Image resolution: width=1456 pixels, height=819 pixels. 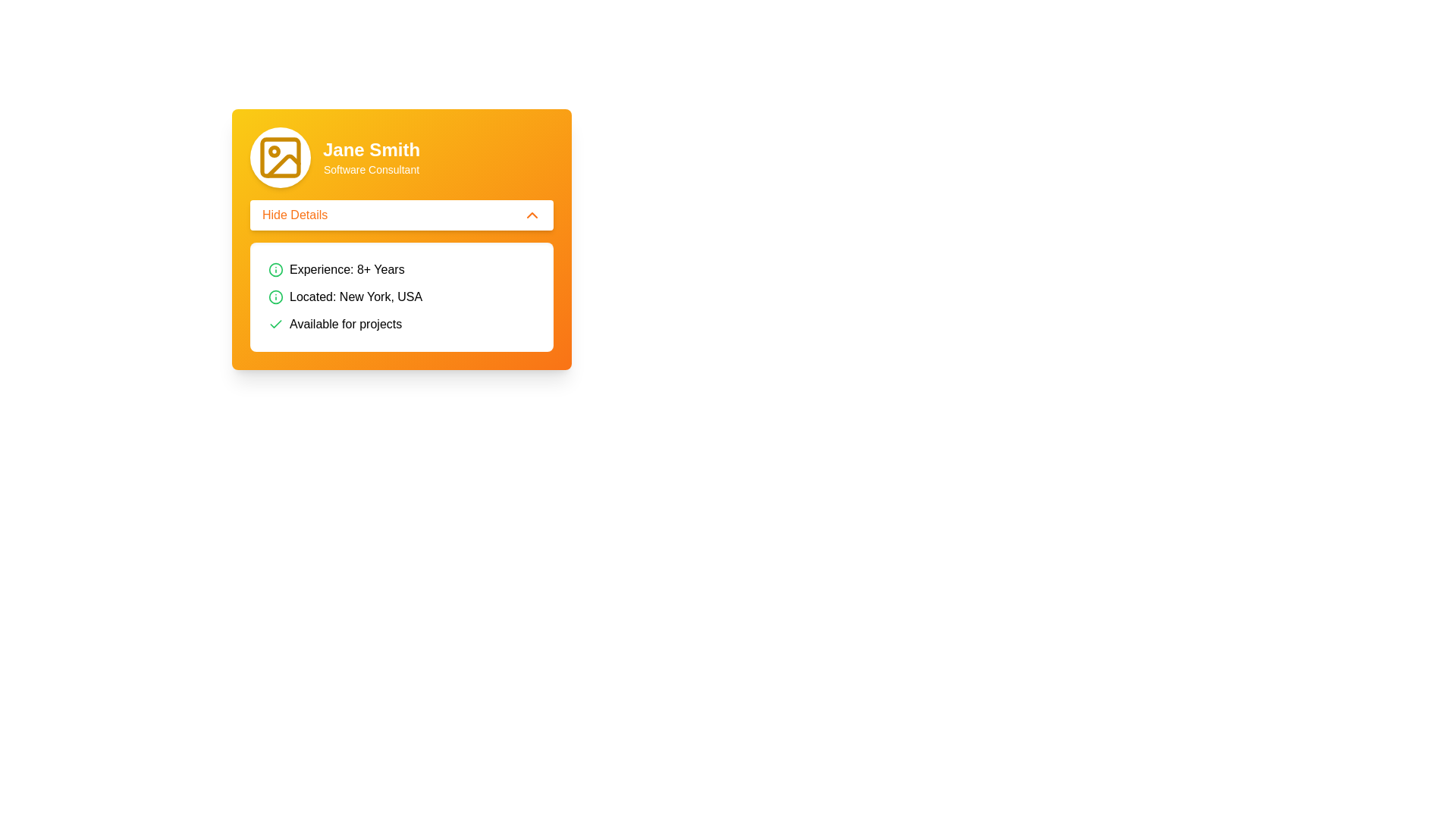 What do you see at coordinates (532, 215) in the screenshot?
I see `the icon located at the far-right end of the 'Hide Details' button to interact programmatically` at bounding box center [532, 215].